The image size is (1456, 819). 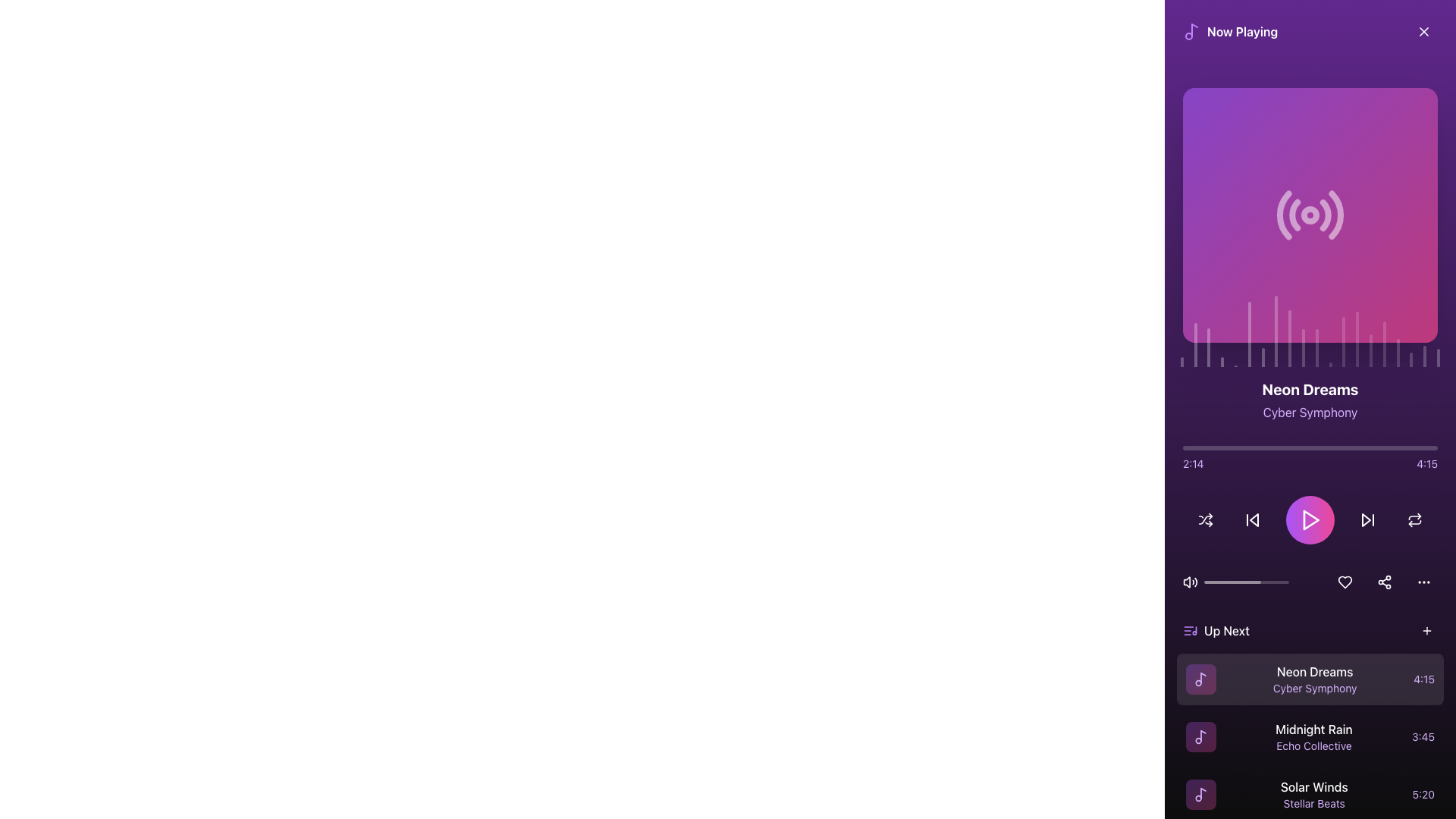 What do you see at coordinates (1384, 581) in the screenshot?
I see `the sharing or connecting button located beneath the progress bar and to the right of the heart icon` at bounding box center [1384, 581].